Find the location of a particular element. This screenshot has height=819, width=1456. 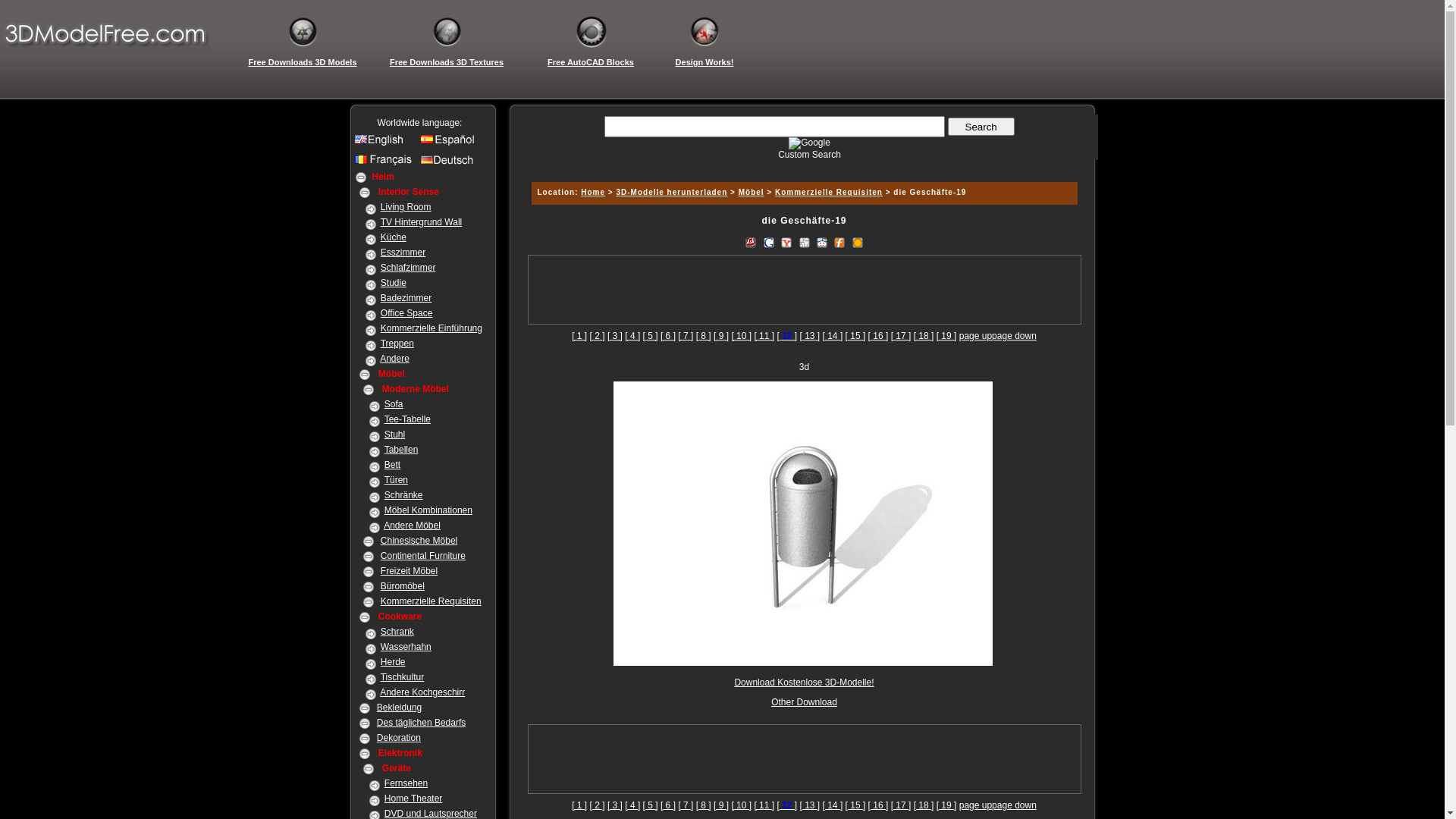

'Spanish site' is located at coordinates (450, 143).